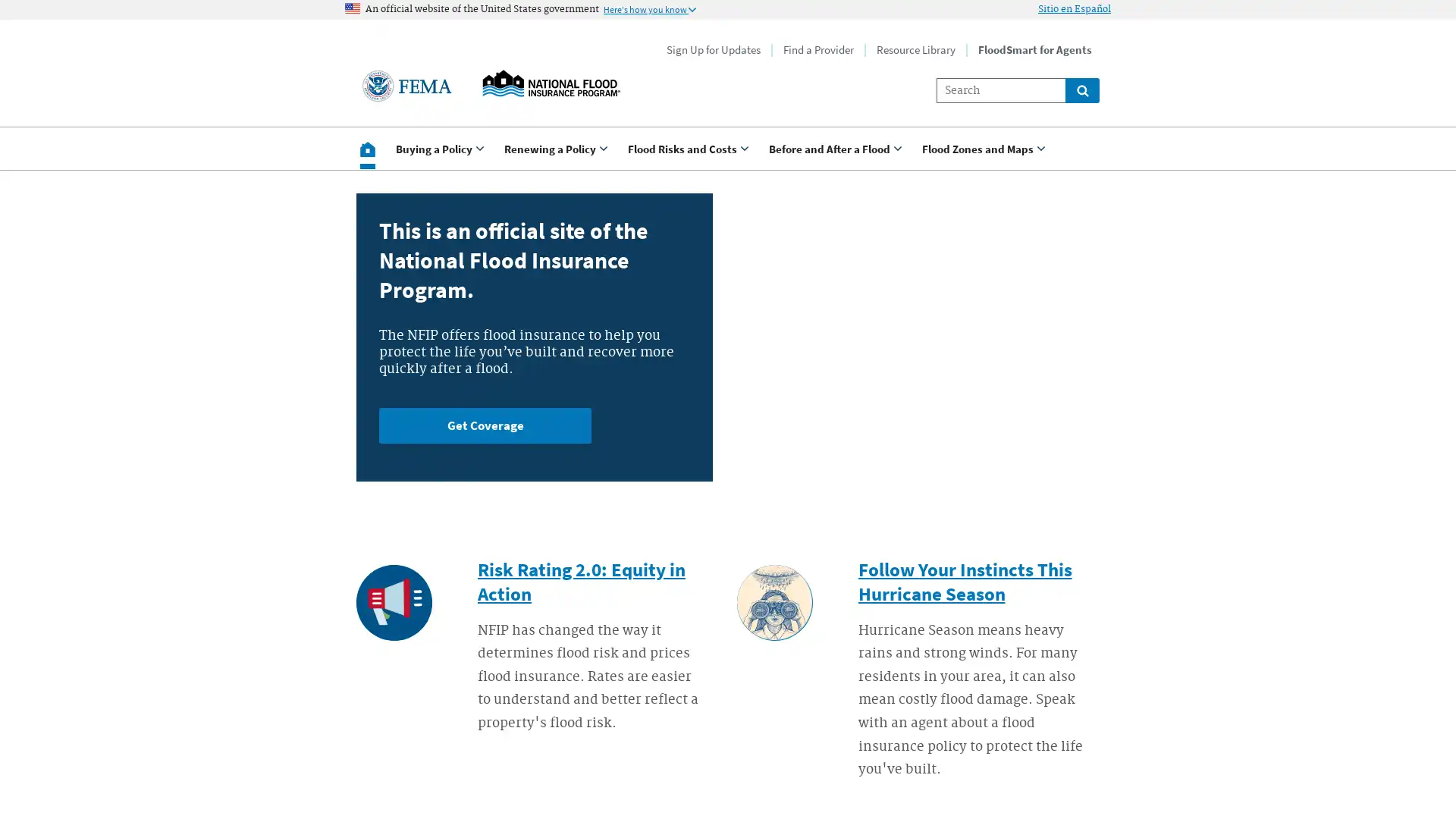 The image size is (1456, 819). Describe the element at coordinates (836, 148) in the screenshot. I see `Use <enter> and shift + <enter> to open and close the drop down to sub-menus` at that location.